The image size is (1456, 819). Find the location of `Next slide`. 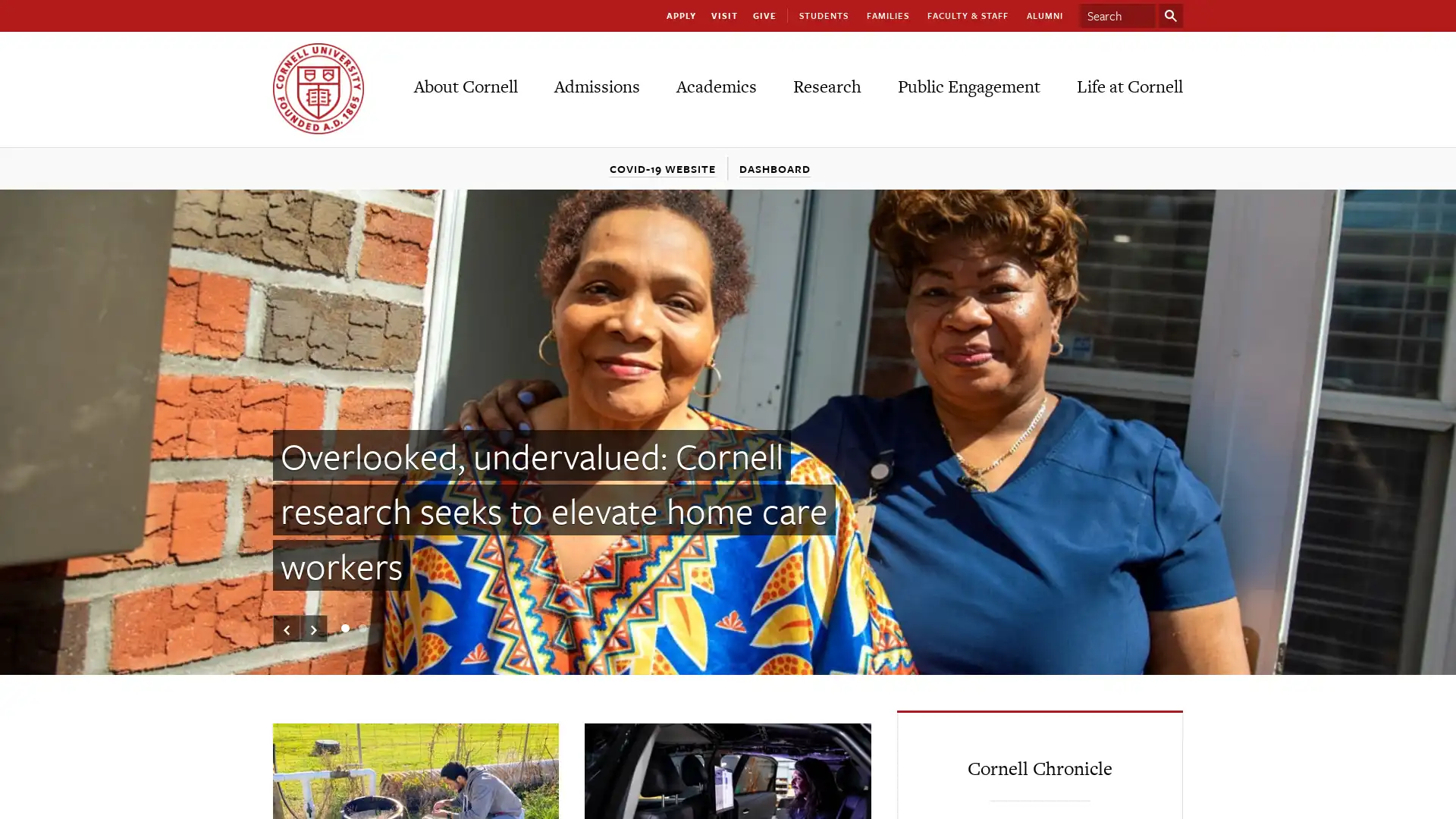

Next slide is located at coordinates (312, 629).